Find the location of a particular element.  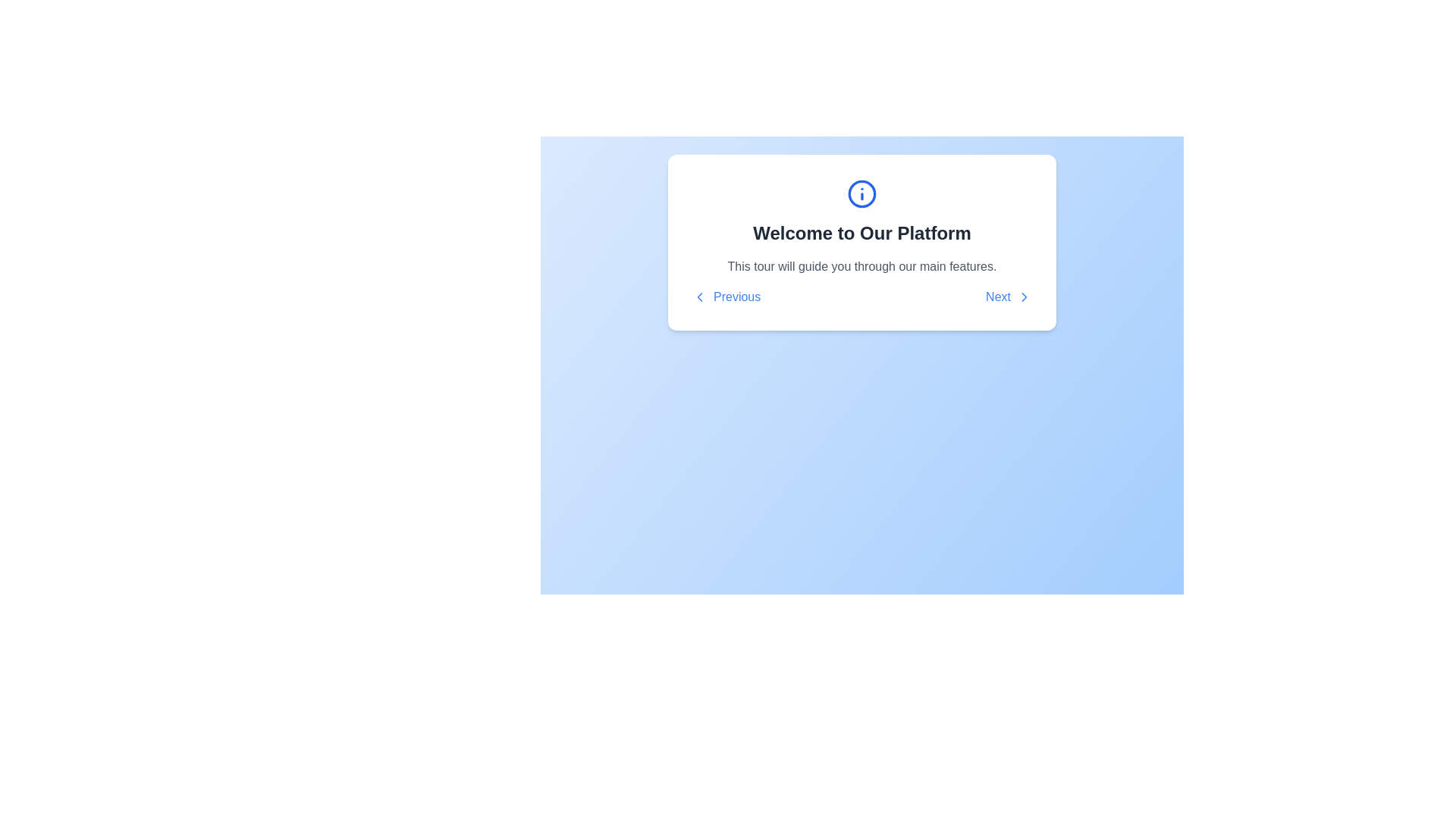

the rightward-pointing chevron-shaped arrow icon next to the 'Next' text label is located at coordinates (1024, 297).